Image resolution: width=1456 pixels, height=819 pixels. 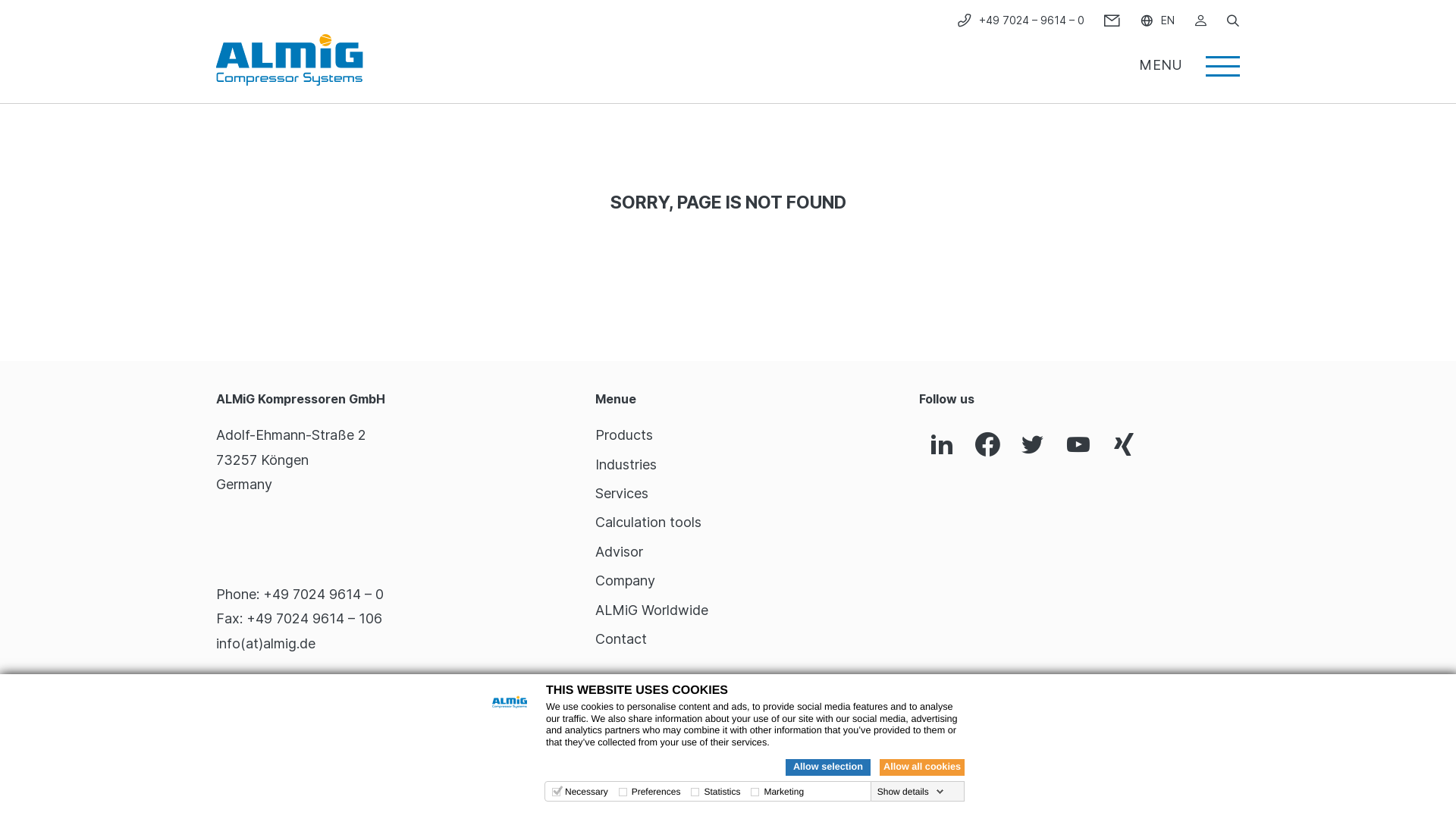 I want to click on 'Company', so click(x=625, y=580).